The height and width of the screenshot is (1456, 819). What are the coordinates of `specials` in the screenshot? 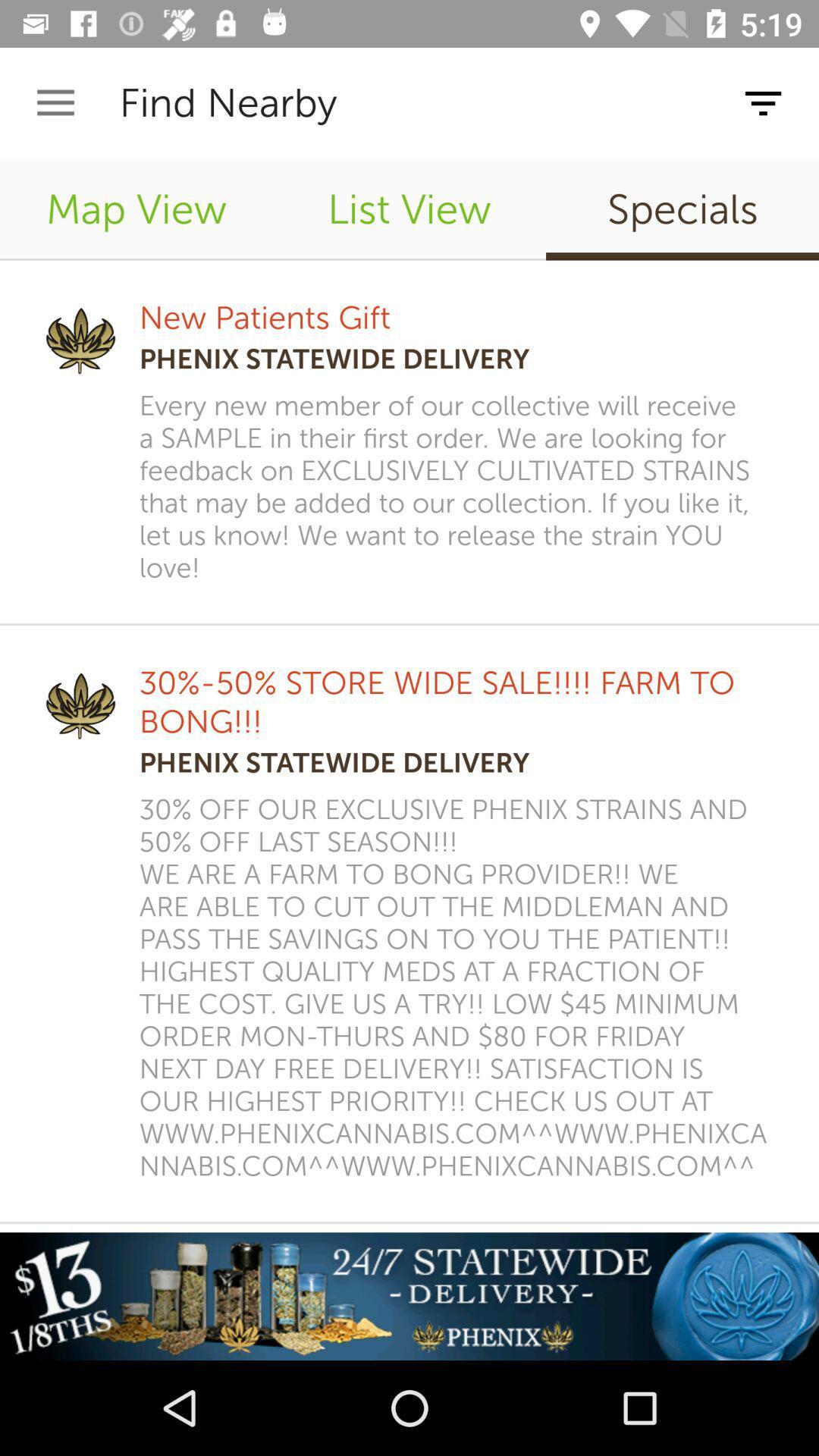 It's located at (681, 209).